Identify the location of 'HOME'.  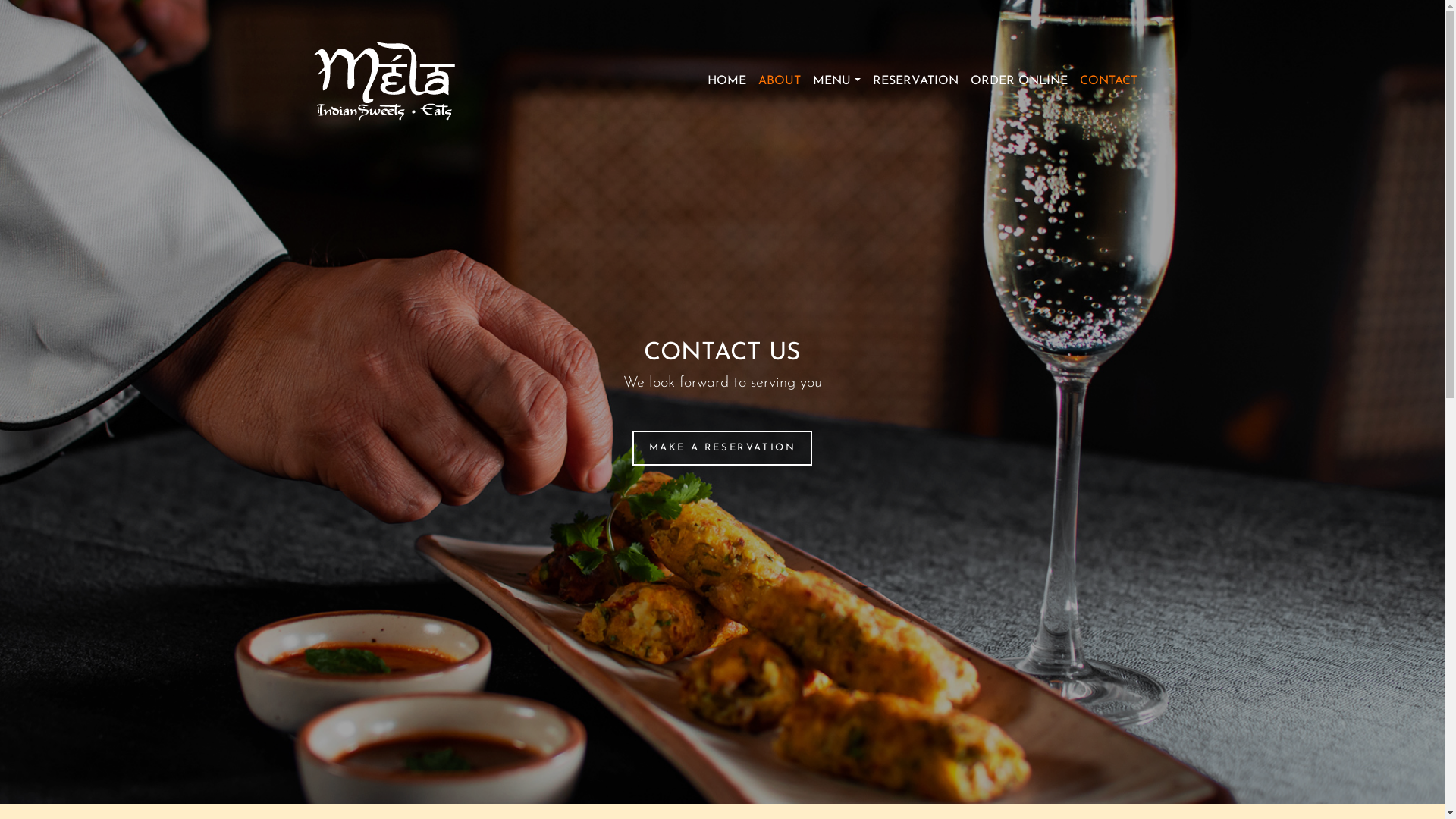
(726, 80).